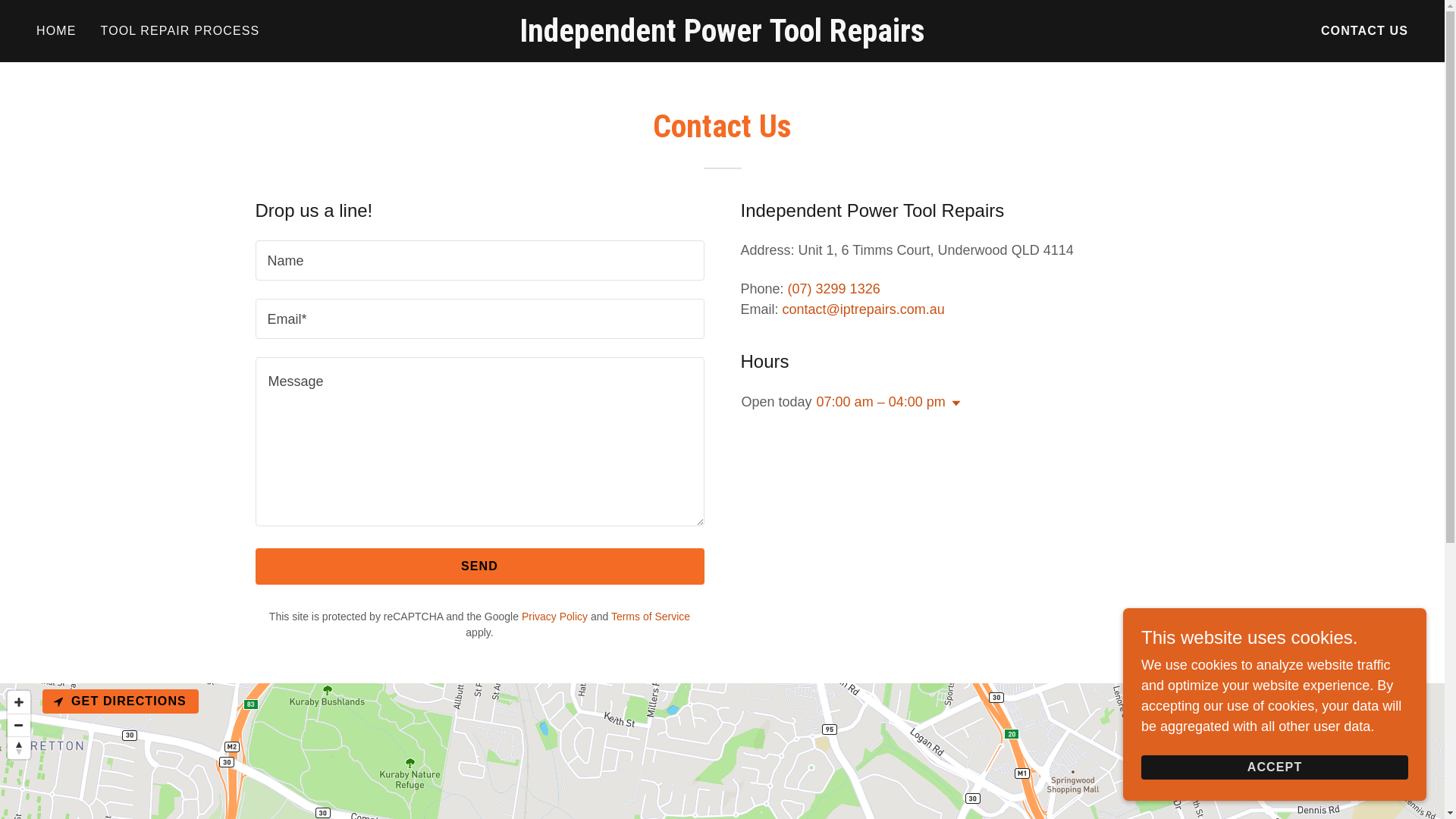 This screenshot has height=819, width=1456. What do you see at coordinates (833, 289) in the screenshot?
I see `'(07) 3299 1326'` at bounding box center [833, 289].